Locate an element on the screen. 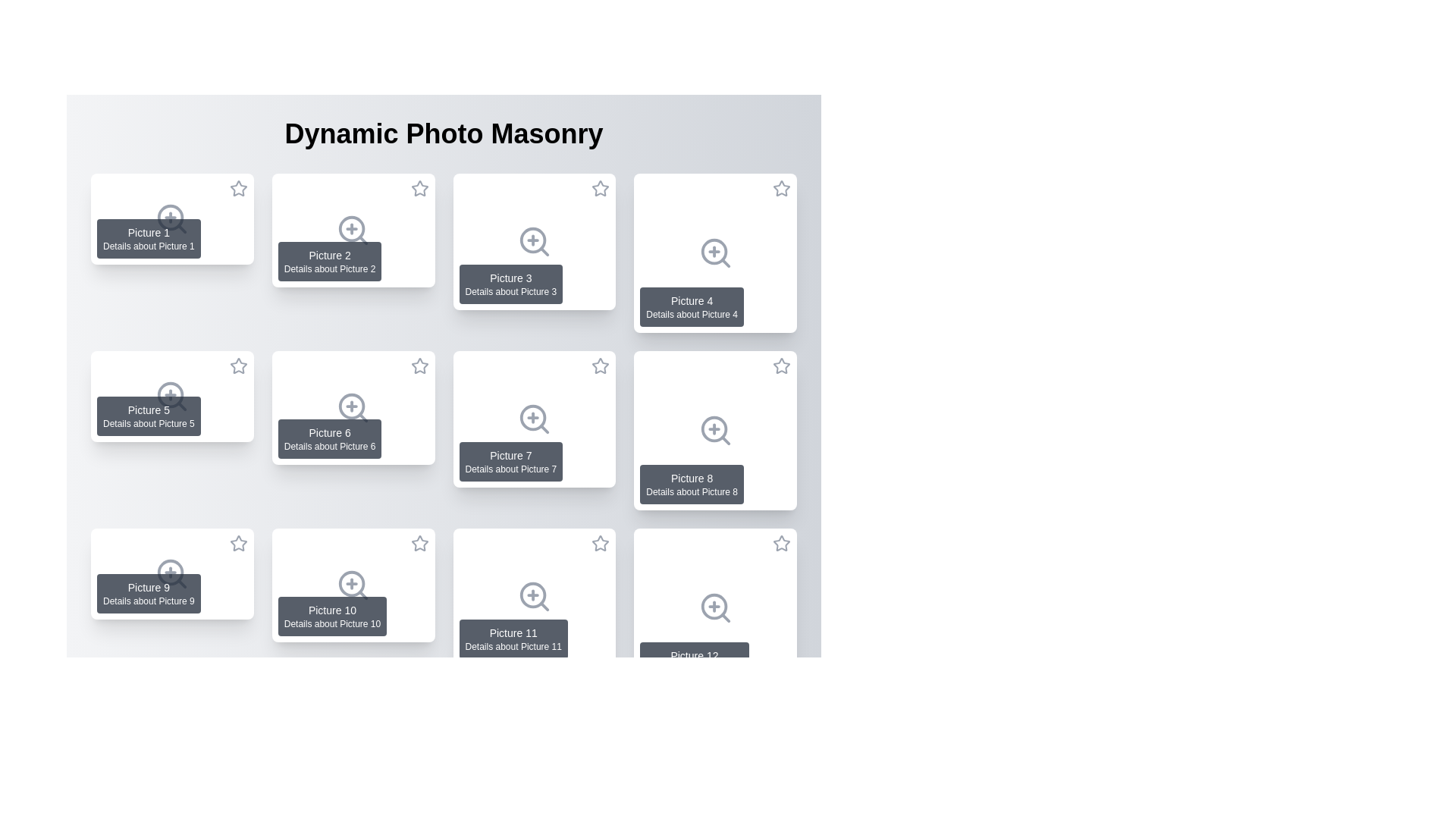 The image size is (1456, 819). the text label displaying 'Picture 3' styled in white on a dark gray background, located in the bottom-left corner of the card labeled 'Picture 3' is located at coordinates (510, 278).